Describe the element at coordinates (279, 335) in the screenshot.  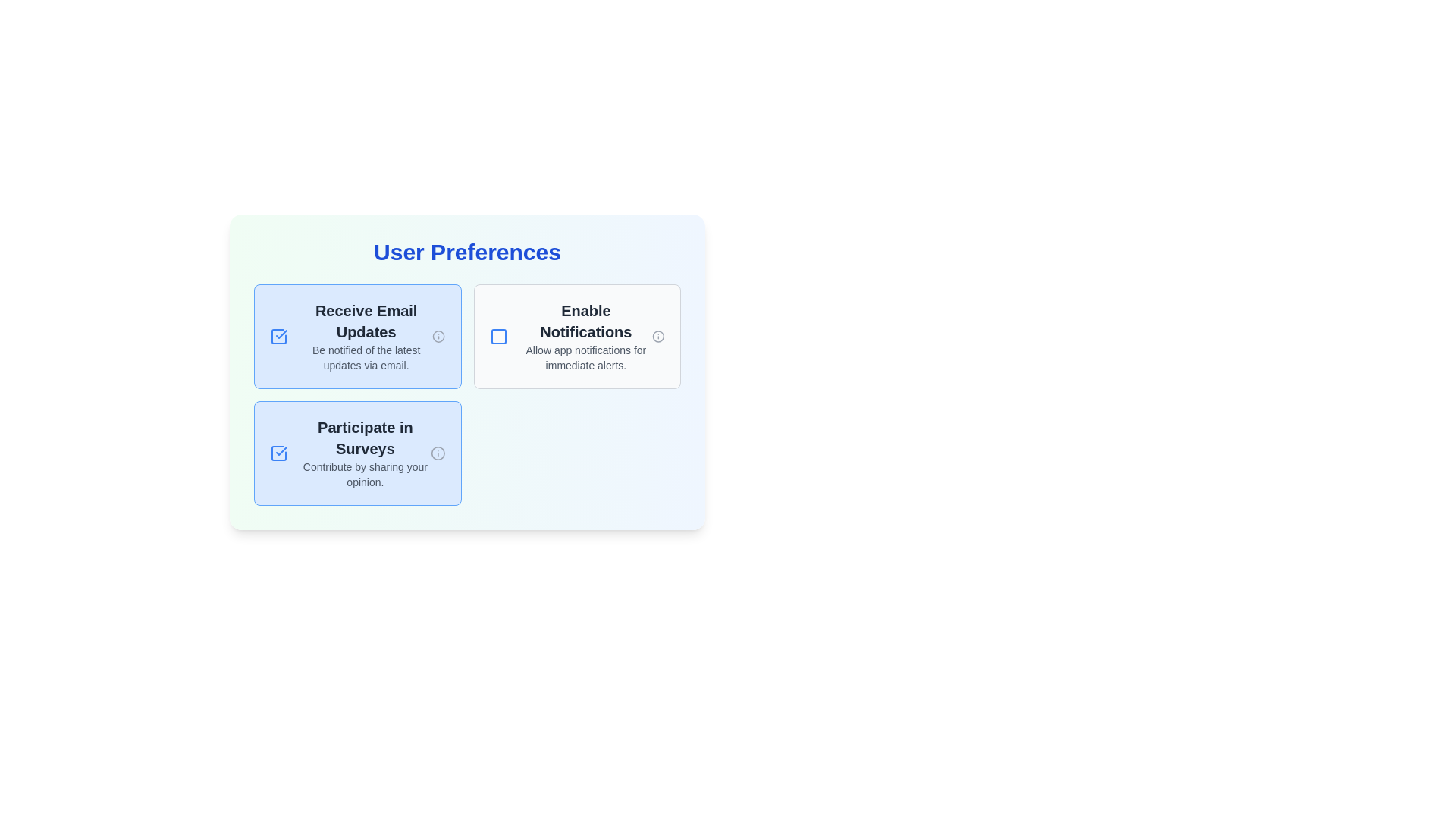
I see `on the checkbox icon for 'Receive Email Updates'` at that location.